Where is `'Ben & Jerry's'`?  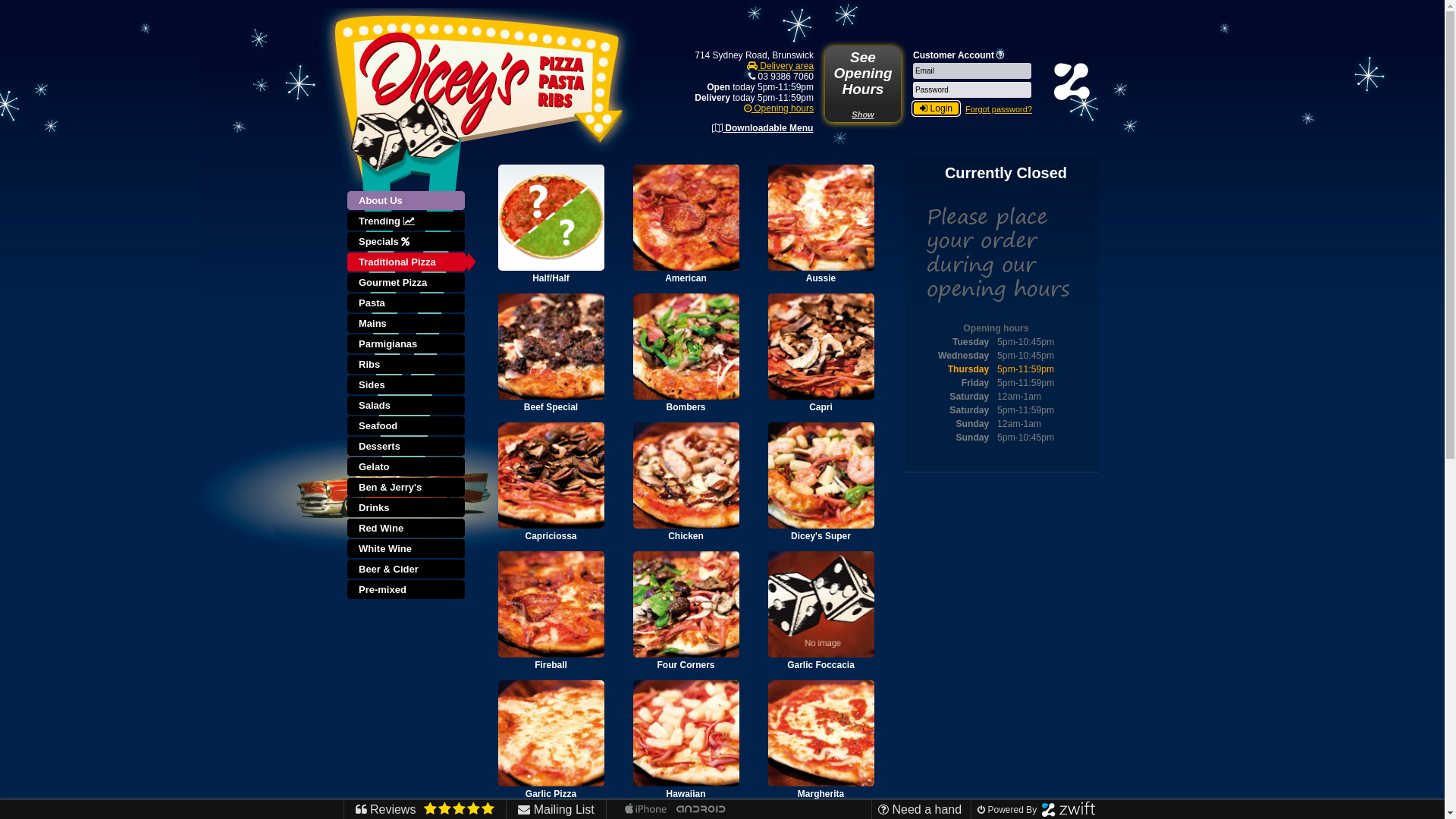 'Ben & Jerry's' is located at coordinates (407, 488).